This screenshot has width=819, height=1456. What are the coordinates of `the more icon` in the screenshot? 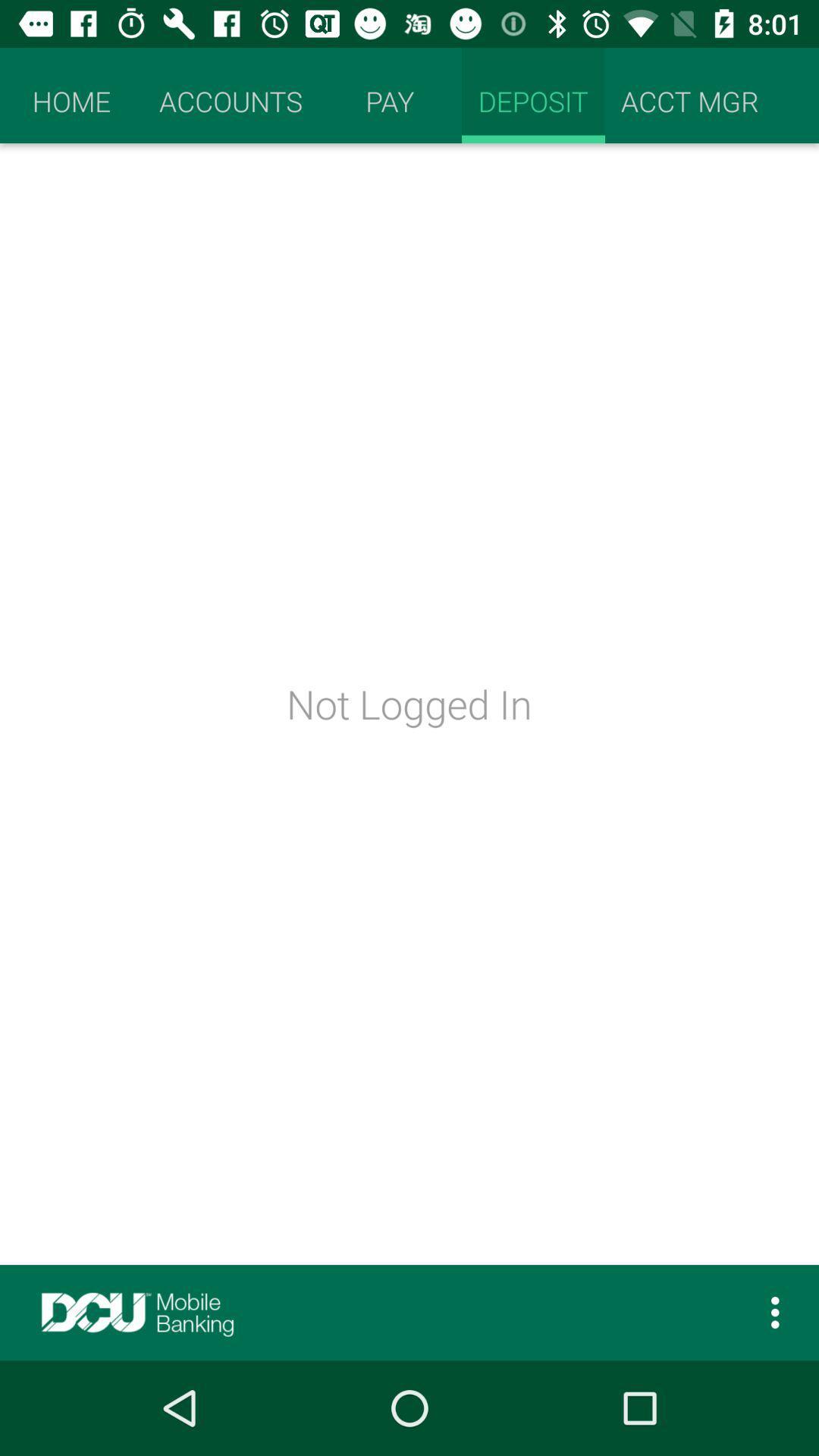 It's located at (730, 1272).